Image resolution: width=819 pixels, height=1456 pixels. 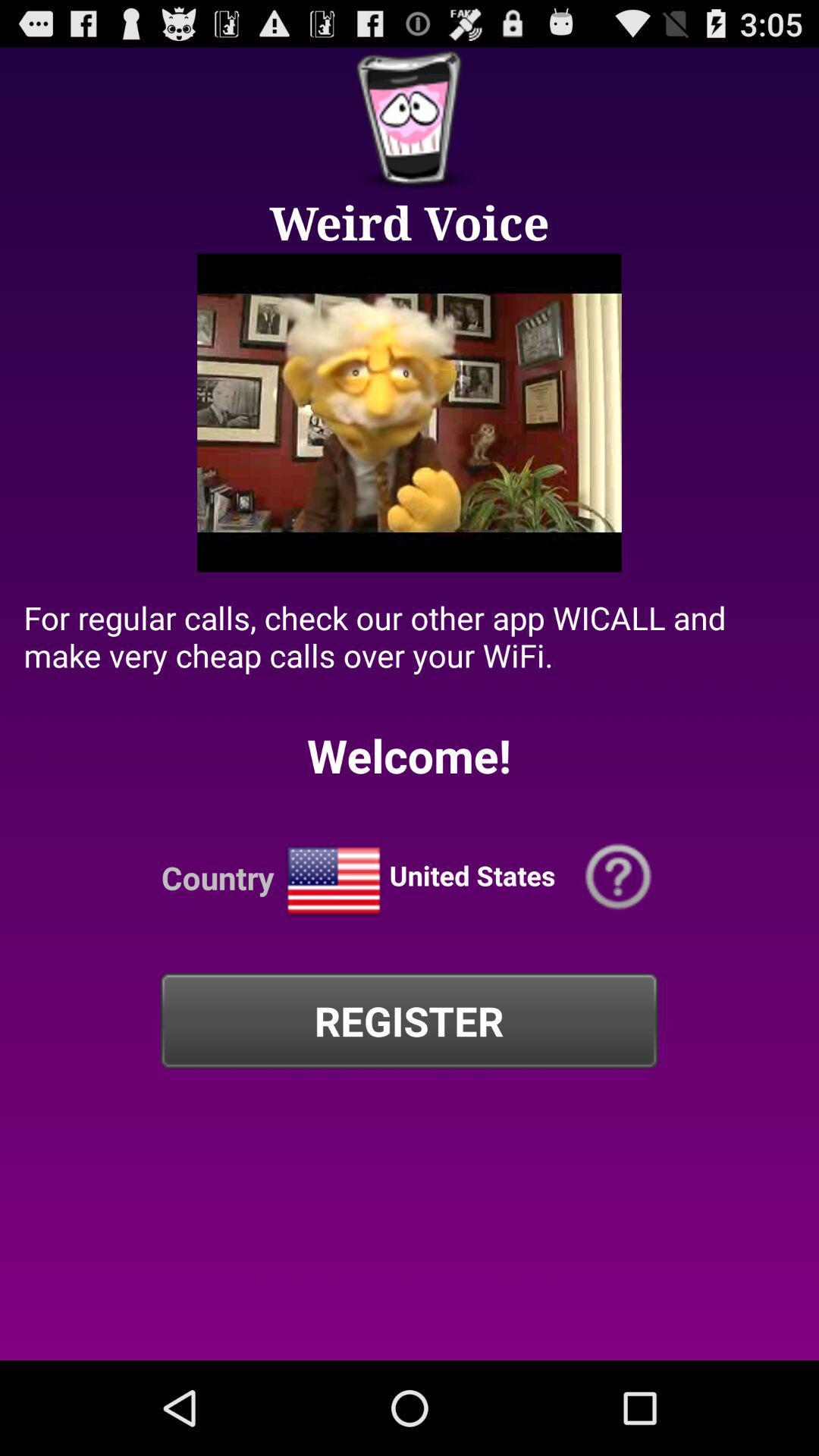 What do you see at coordinates (618, 938) in the screenshot?
I see `the help icon` at bounding box center [618, 938].